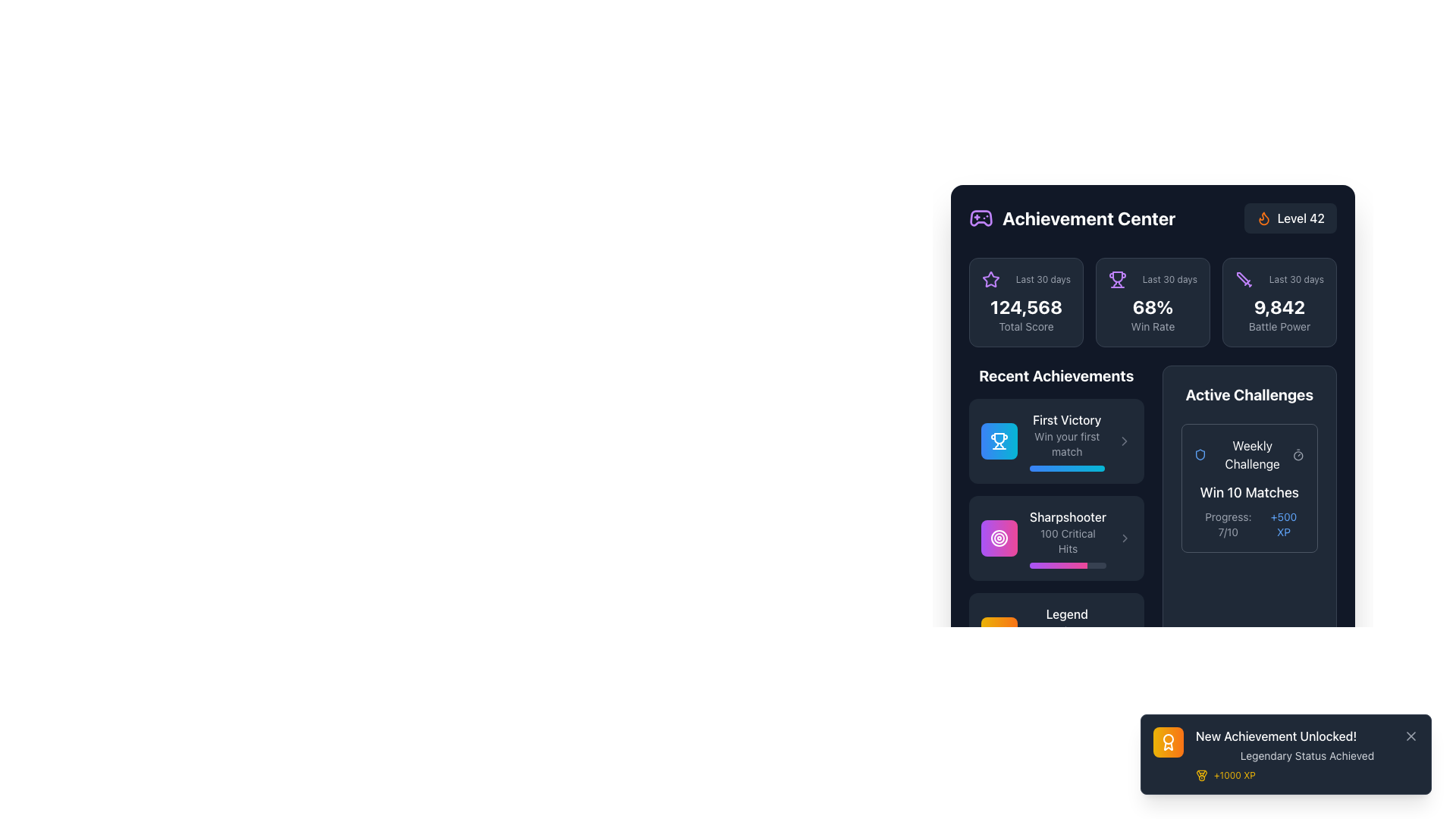  What do you see at coordinates (1235, 775) in the screenshot?
I see `the text label displaying '+1000 XP' in yellow color, located near the bottom-right corner of the notification panel` at bounding box center [1235, 775].